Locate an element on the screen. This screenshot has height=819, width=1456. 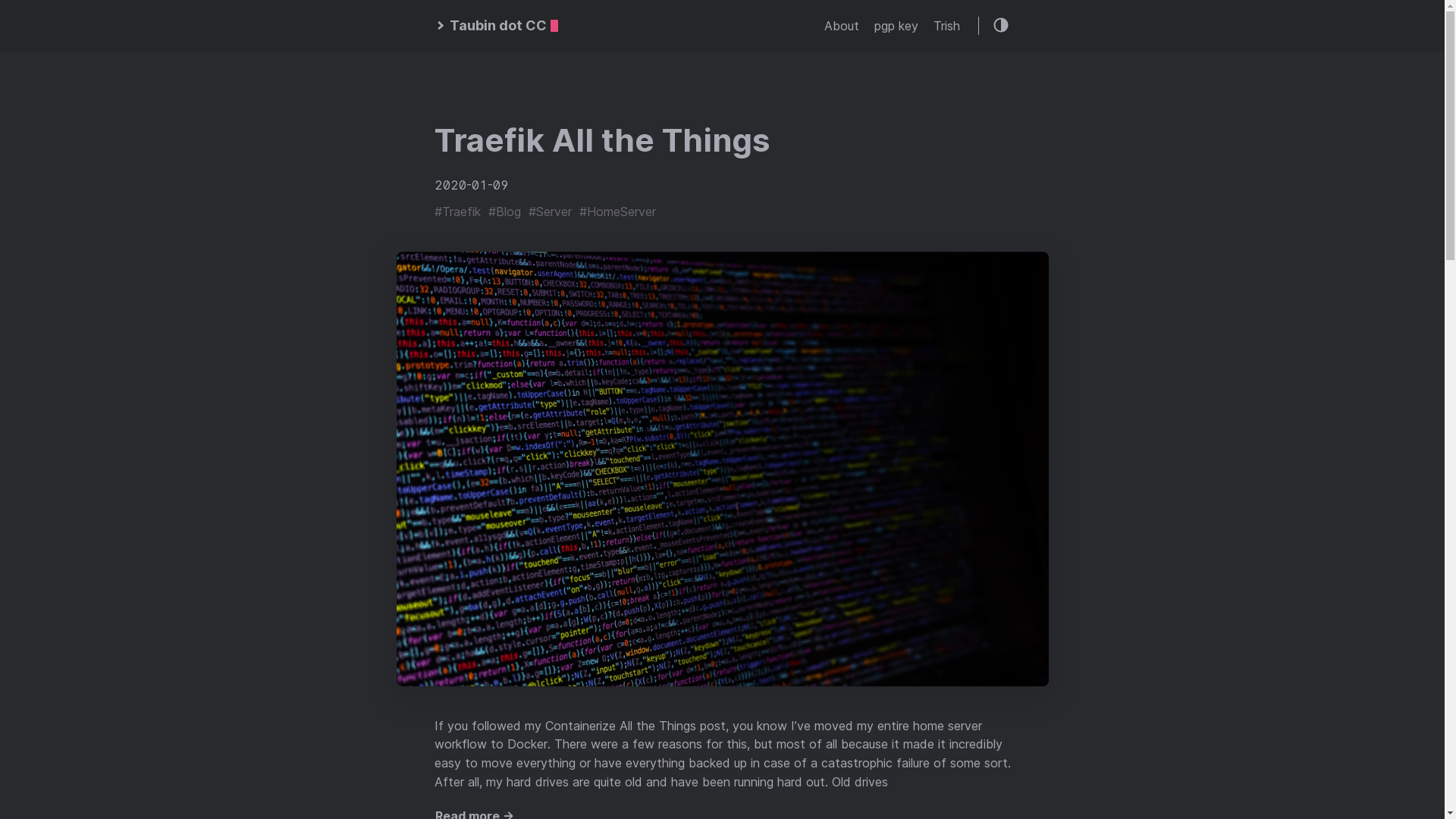
'#Server' is located at coordinates (548, 211).